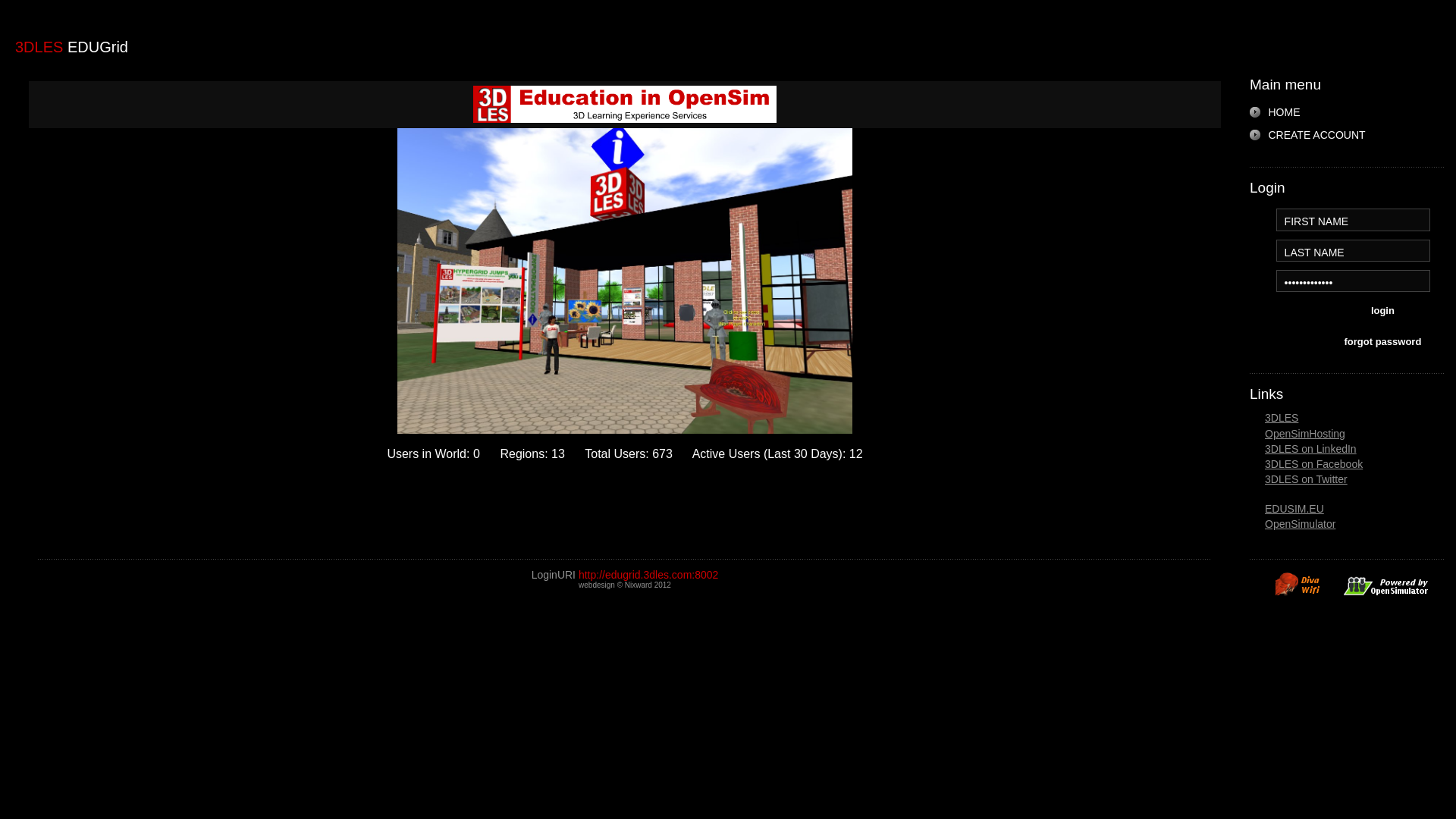 The height and width of the screenshot is (819, 1456). I want to click on 'EDUSIM.EU', so click(1294, 509).